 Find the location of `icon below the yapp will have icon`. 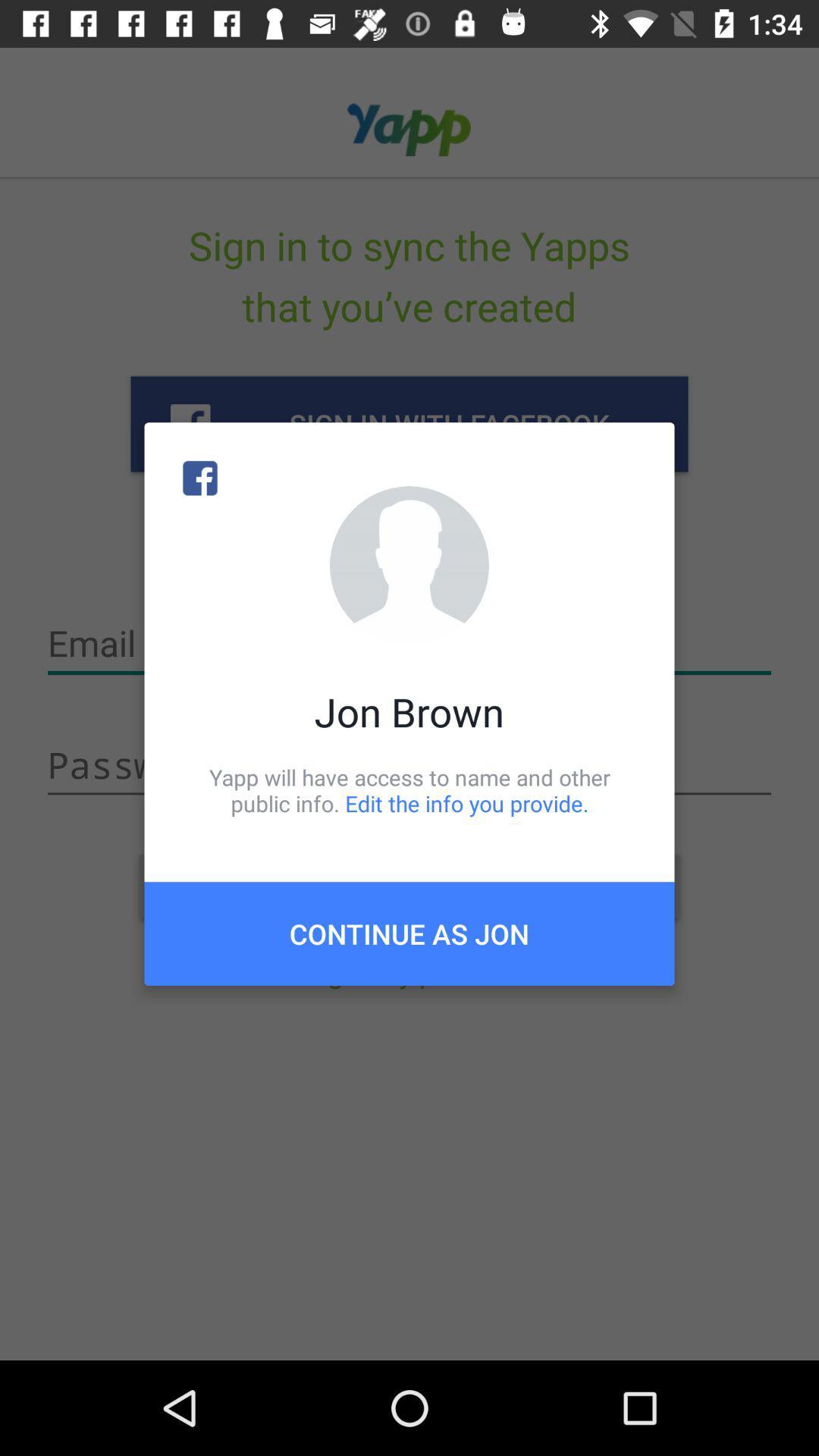

icon below the yapp will have icon is located at coordinates (409, 933).